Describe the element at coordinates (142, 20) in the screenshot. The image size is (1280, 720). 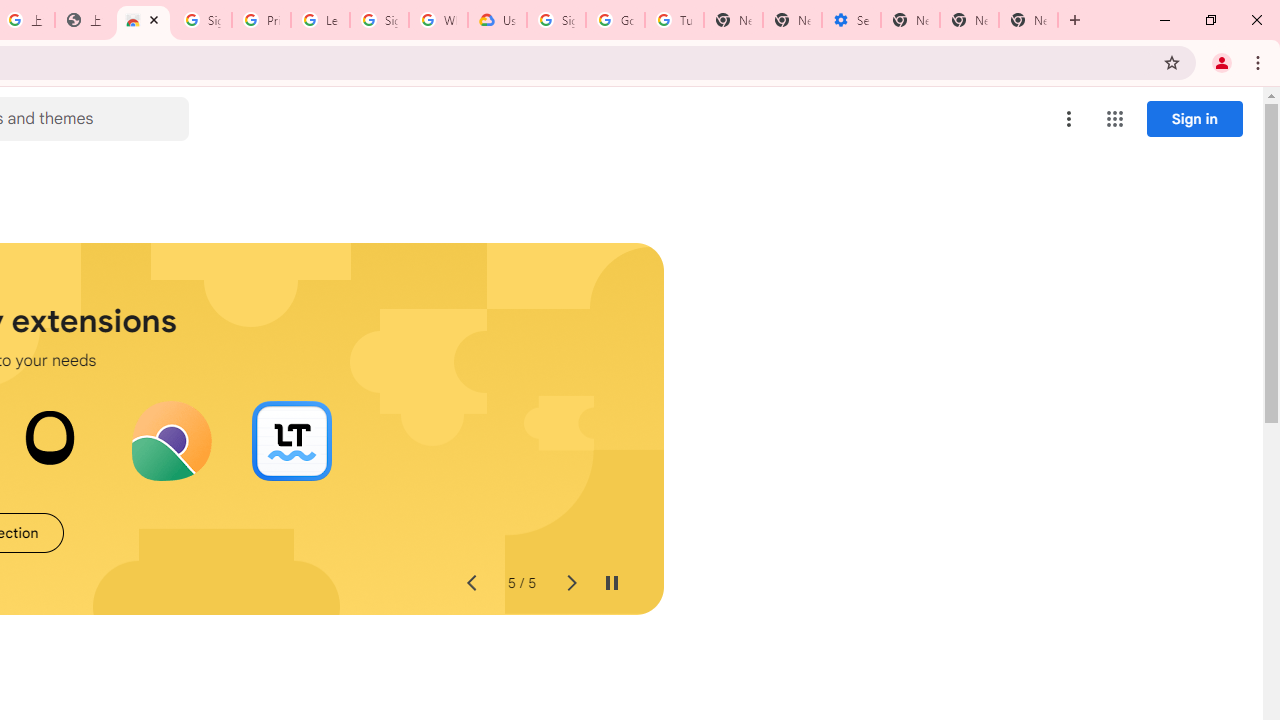
I see `'Chrome Web Store'` at that location.